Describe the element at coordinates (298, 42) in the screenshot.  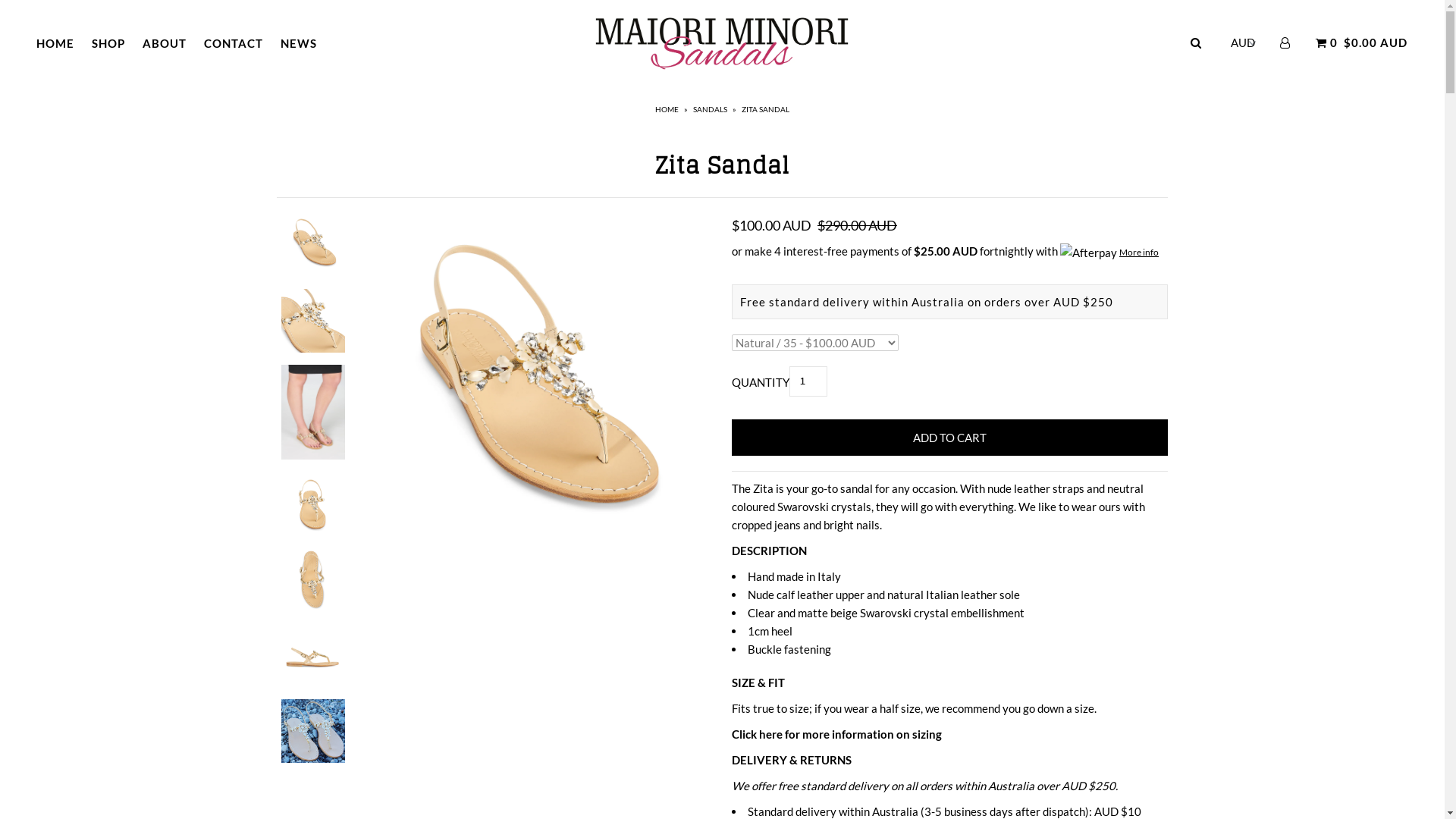
I see `'NEWS'` at that location.